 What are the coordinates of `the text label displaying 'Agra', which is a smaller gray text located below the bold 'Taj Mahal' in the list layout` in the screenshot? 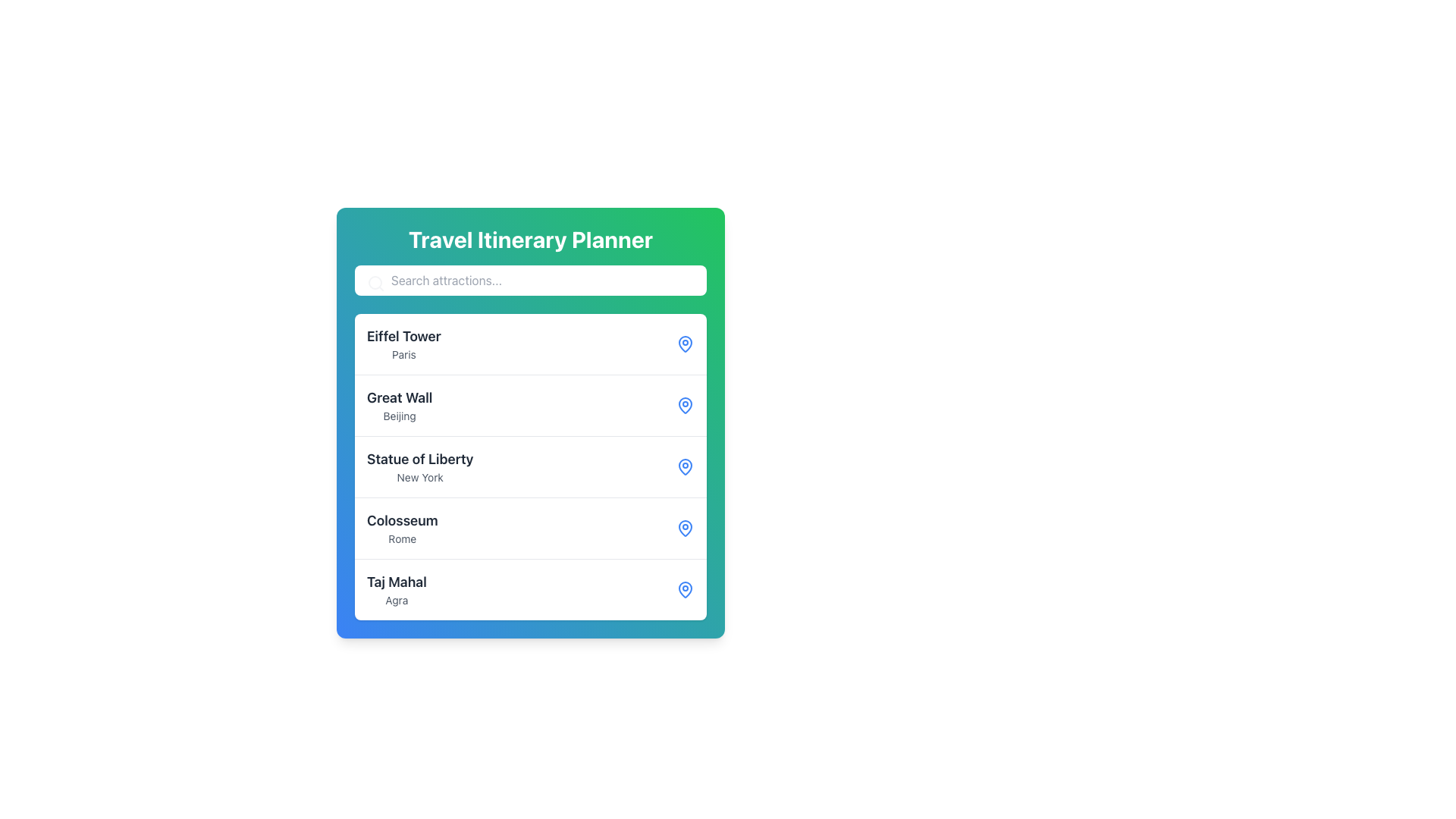 It's located at (397, 599).